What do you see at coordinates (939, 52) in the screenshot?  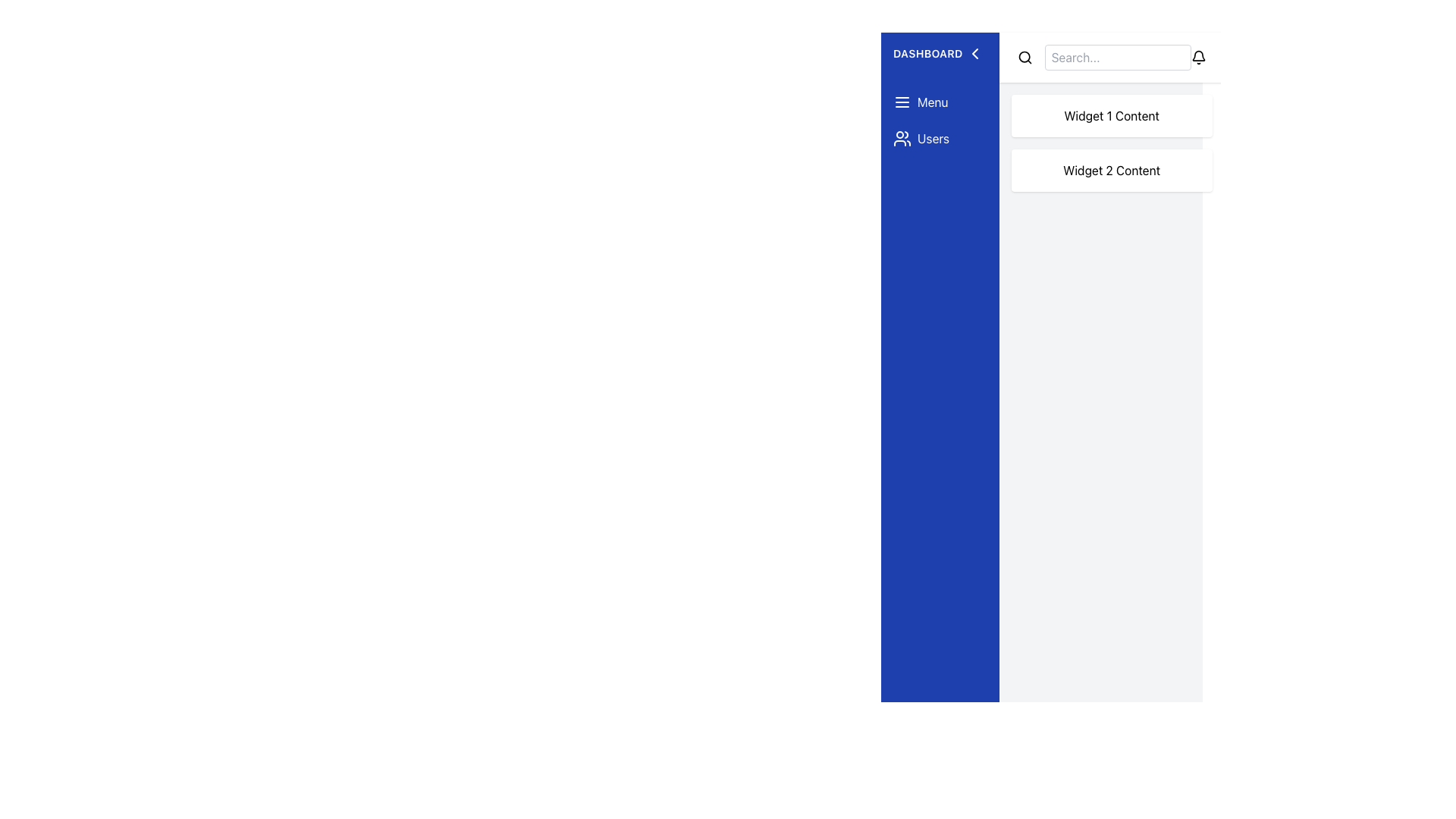 I see `the 'Dashboard' text block, which is styled with a blue background and white uppercase text, located at the topmost part of the sidebar` at bounding box center [939, 52].